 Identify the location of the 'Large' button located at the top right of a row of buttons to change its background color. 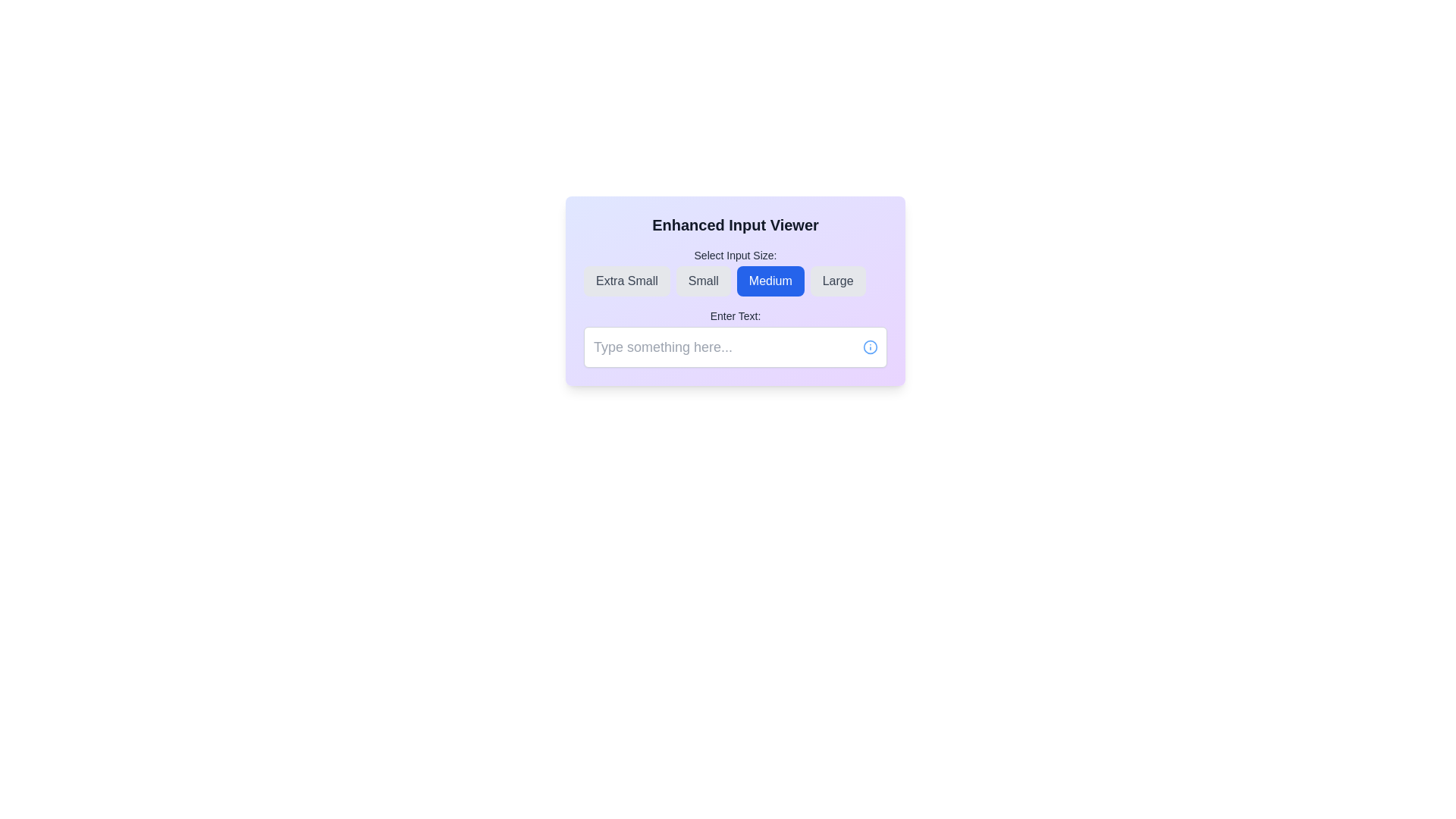
(837, 281).